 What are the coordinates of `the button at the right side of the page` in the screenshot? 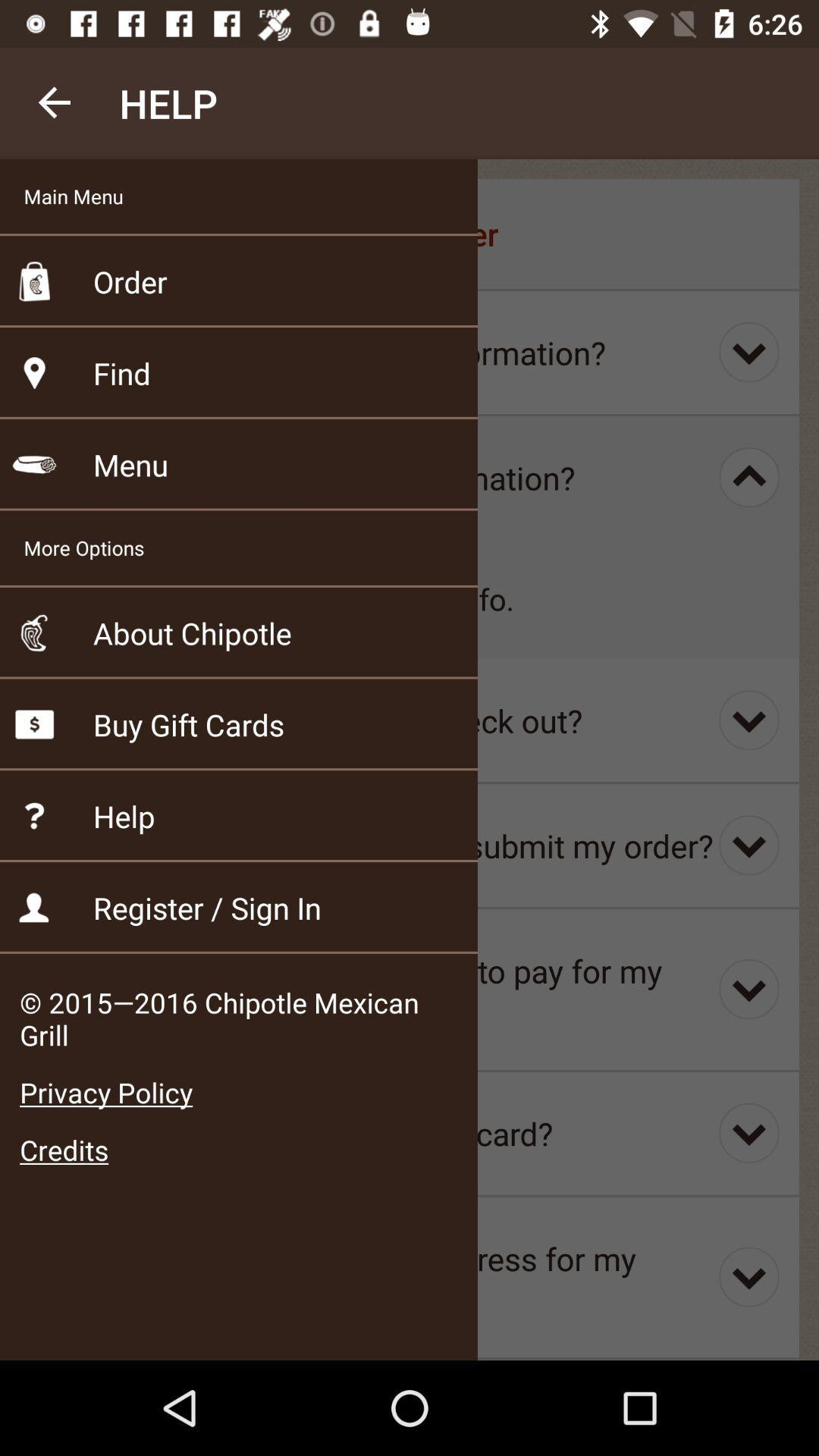 It's located at (748, 351).